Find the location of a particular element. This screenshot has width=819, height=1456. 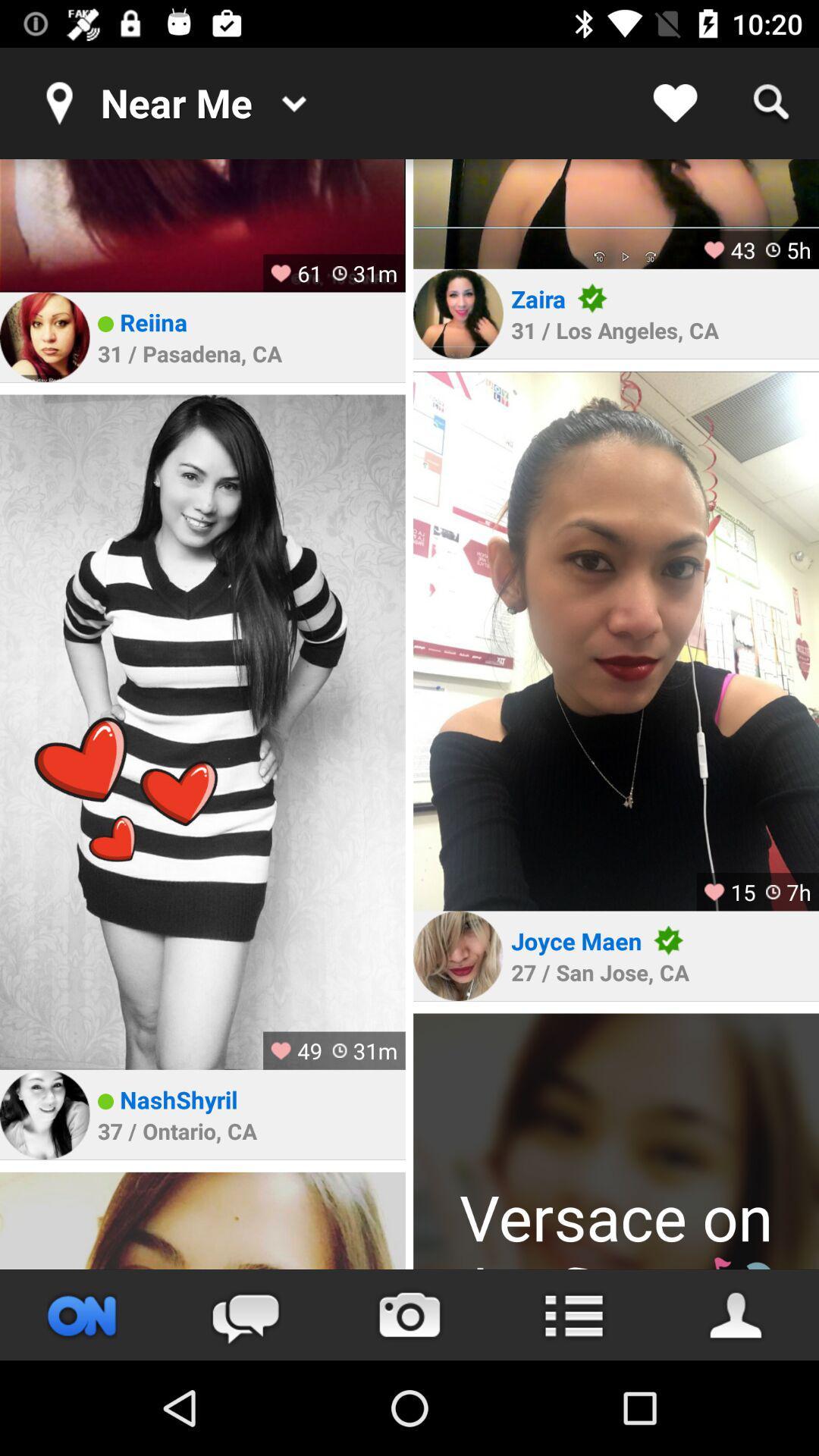

profile picture to go to person 's profile is located at coordinates (457, 955).